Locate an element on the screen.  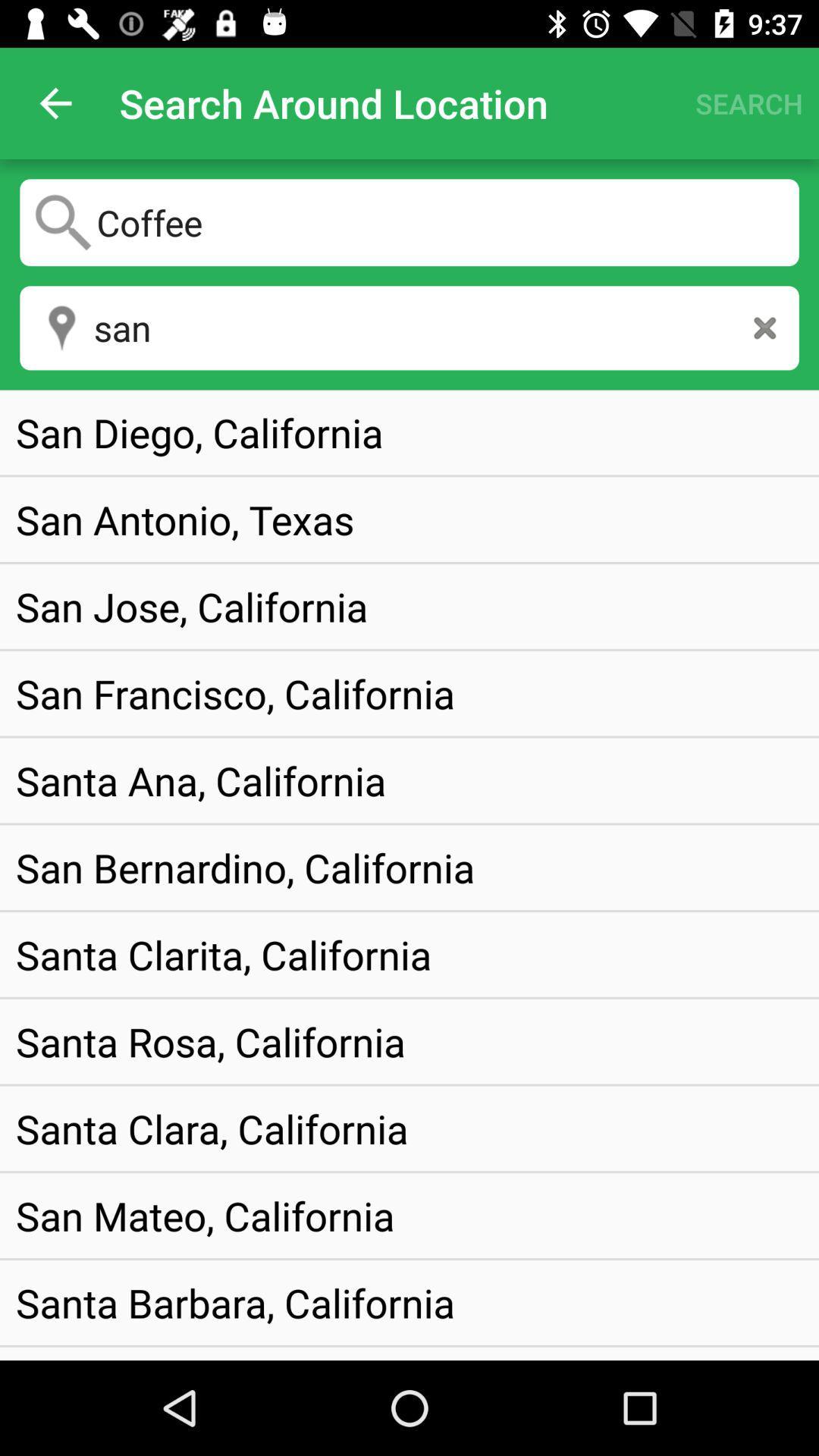
item below the santa barbara, california item is located at coordinates (177, 1354).